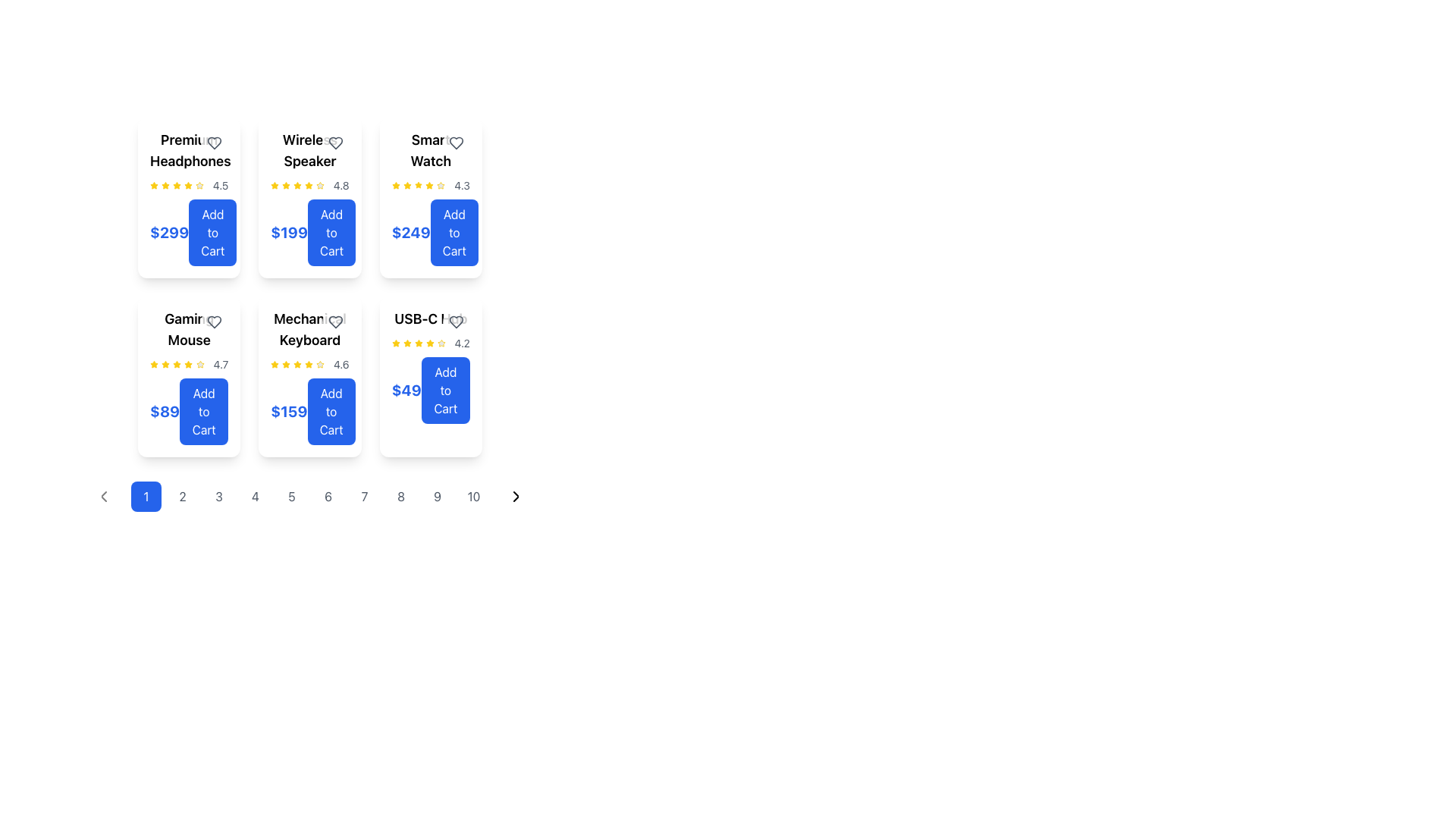 The width and height of the screenshot is (1456, 819). I want to click on the text label displaying 'USB-C Hub', which identifies the product title and is located above the ratings and price sections in the product card, so click(430, 318).